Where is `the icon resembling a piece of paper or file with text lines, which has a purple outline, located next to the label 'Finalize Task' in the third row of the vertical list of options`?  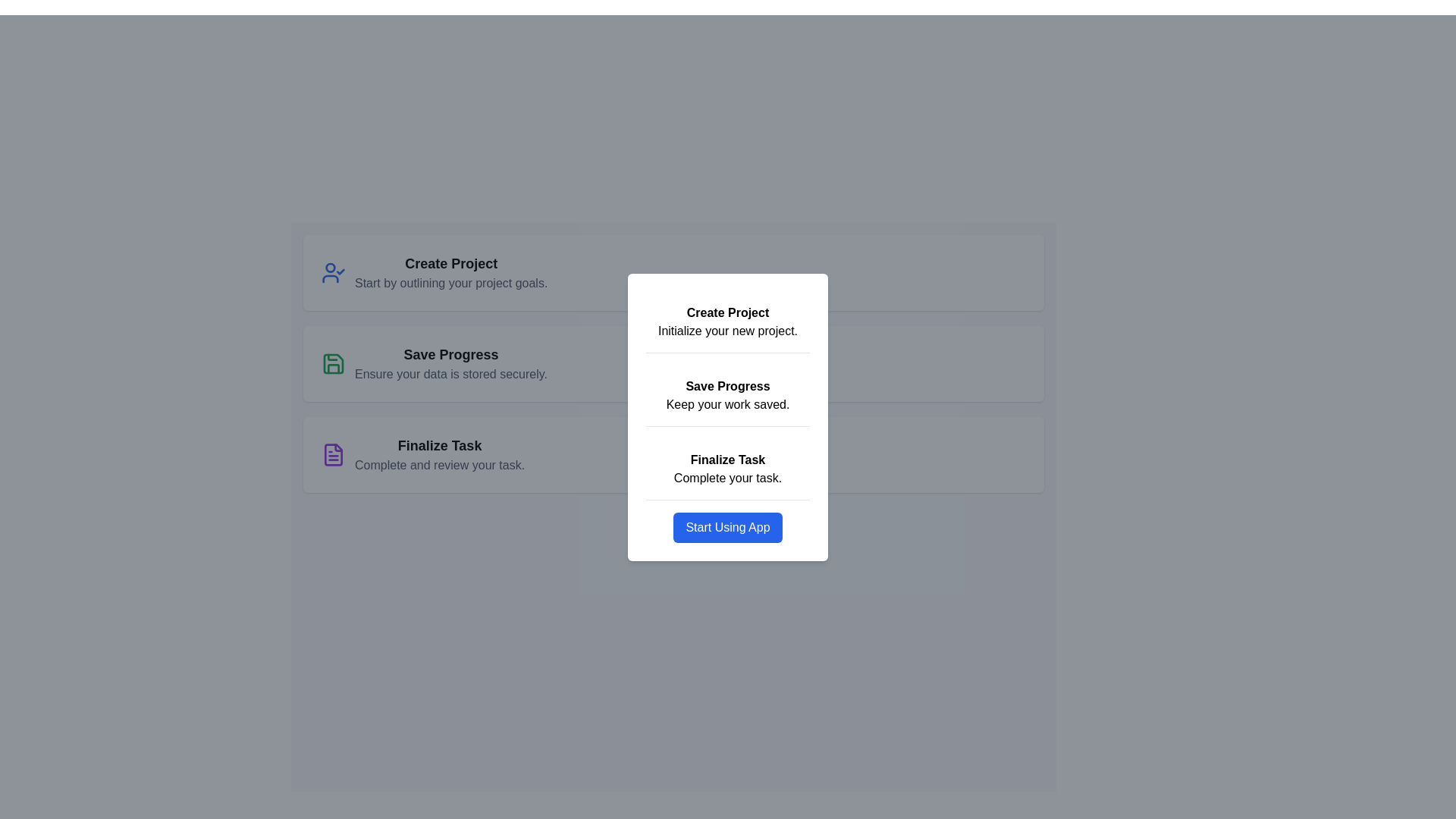
the icon resembling a piece of paper or file with text lines, which has a purple outline, located next to the label 'Finalize Task' in the third row of the vertical list of options is located at coordinates (333, 454).